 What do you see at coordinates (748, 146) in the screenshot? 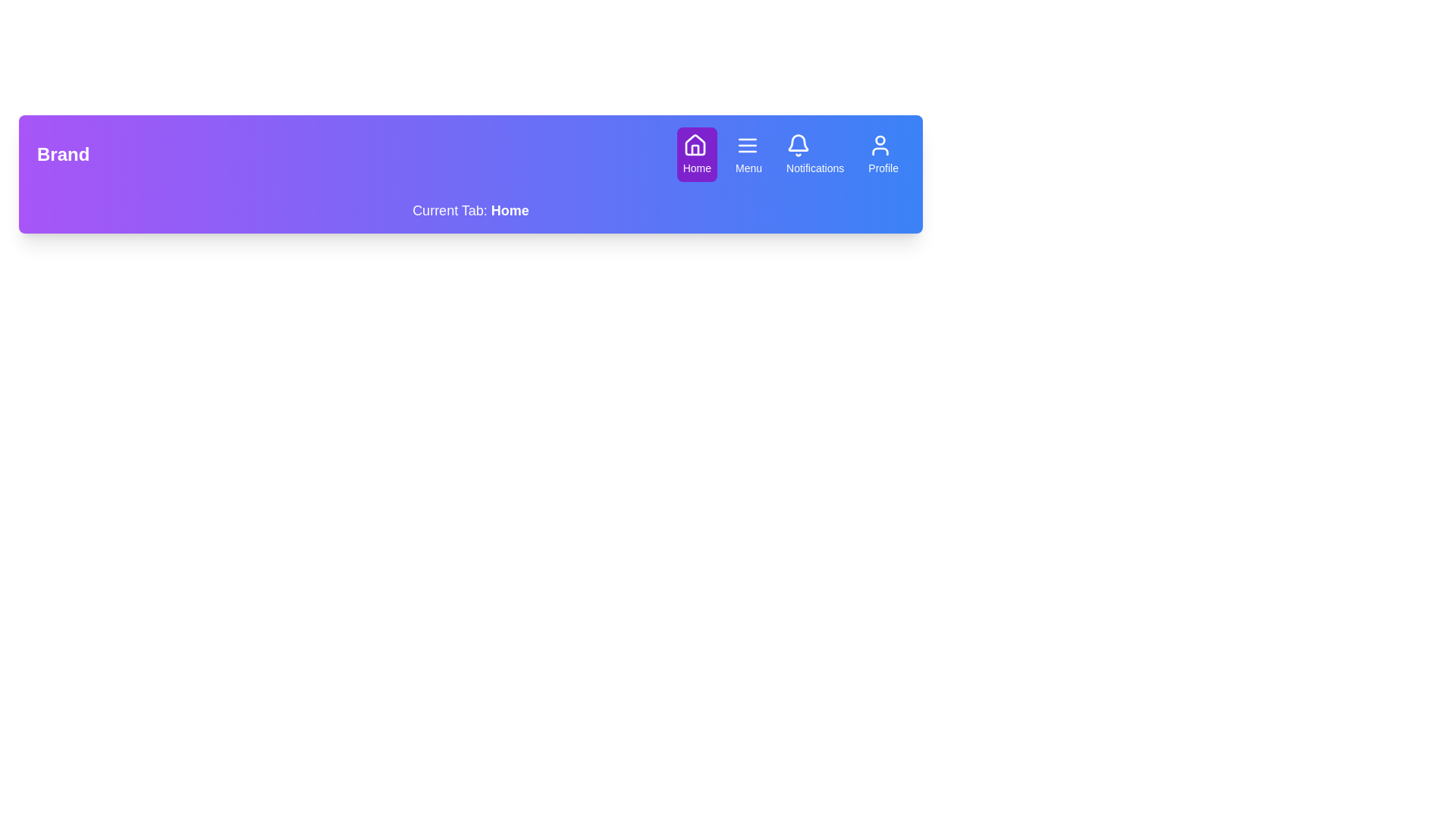
I see `the 'Menu' icon, which is styled as three horizontal lines on a blue background, to trigger the tooltip or visual effect` at bounding box center [748, 146].